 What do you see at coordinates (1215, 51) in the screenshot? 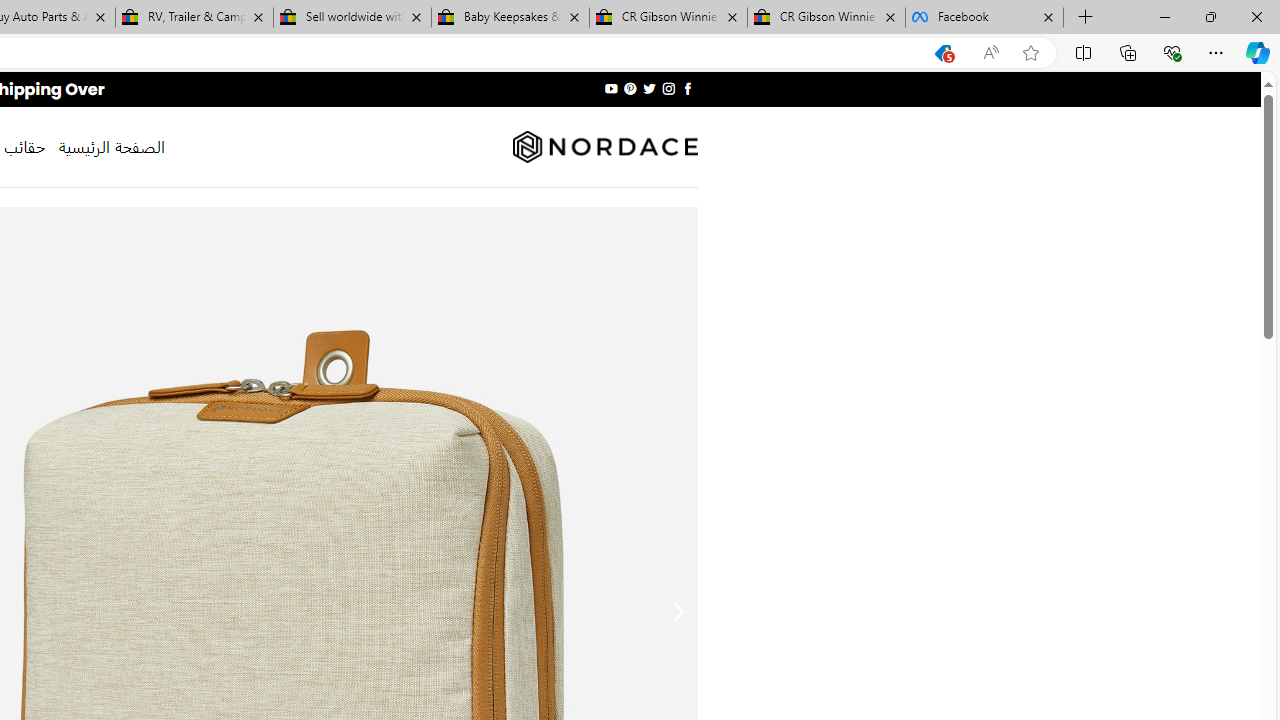
I see `'Settings and more (Alt+F)'` at bounding box center [1215, 51].